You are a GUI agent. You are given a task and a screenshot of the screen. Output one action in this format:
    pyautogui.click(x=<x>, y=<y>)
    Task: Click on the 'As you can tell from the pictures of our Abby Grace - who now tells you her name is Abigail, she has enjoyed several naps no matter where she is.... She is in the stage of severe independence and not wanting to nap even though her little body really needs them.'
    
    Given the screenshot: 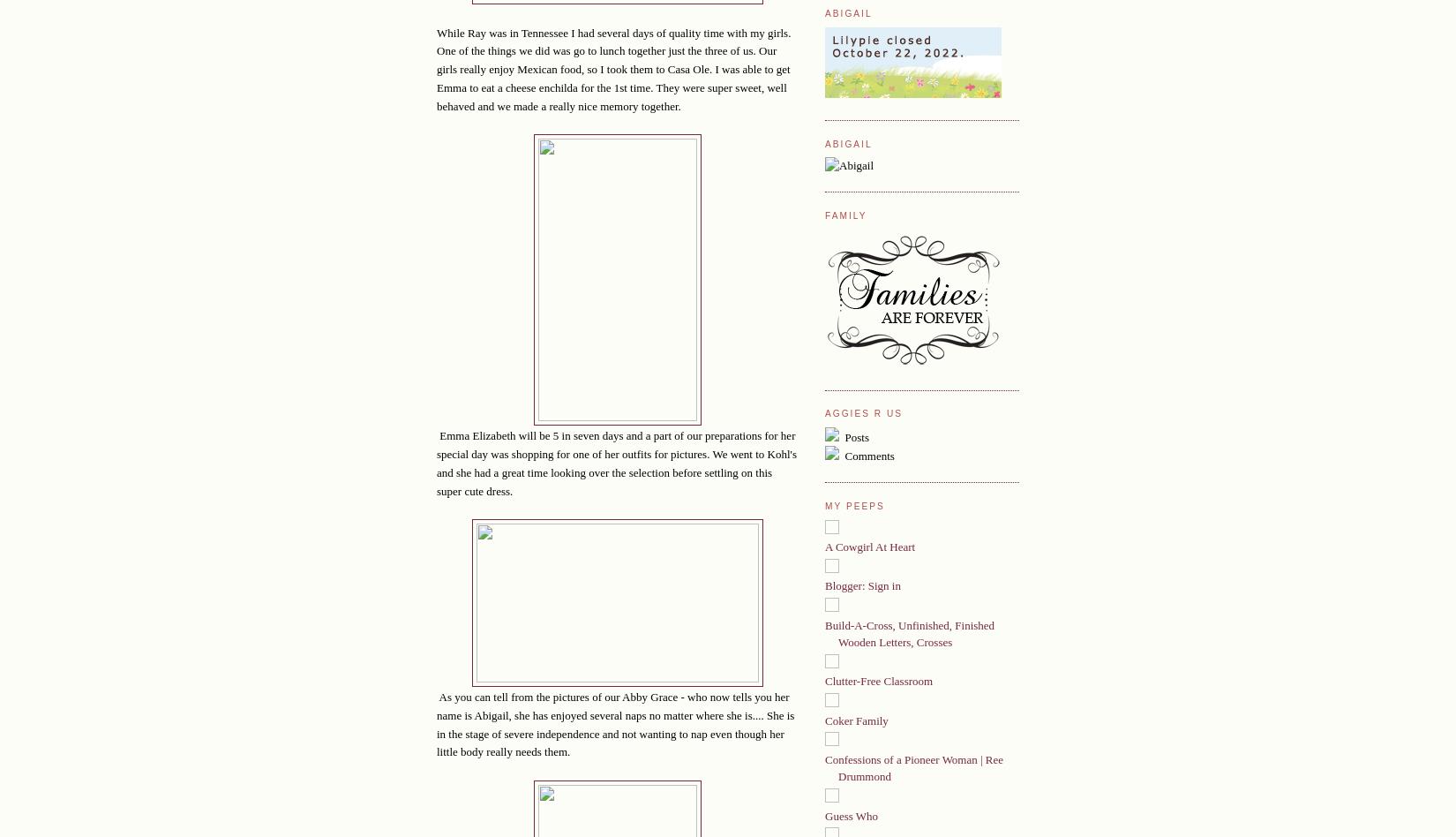 What is the action you would take?
    pyautogui.click(x=614, y=724)
    